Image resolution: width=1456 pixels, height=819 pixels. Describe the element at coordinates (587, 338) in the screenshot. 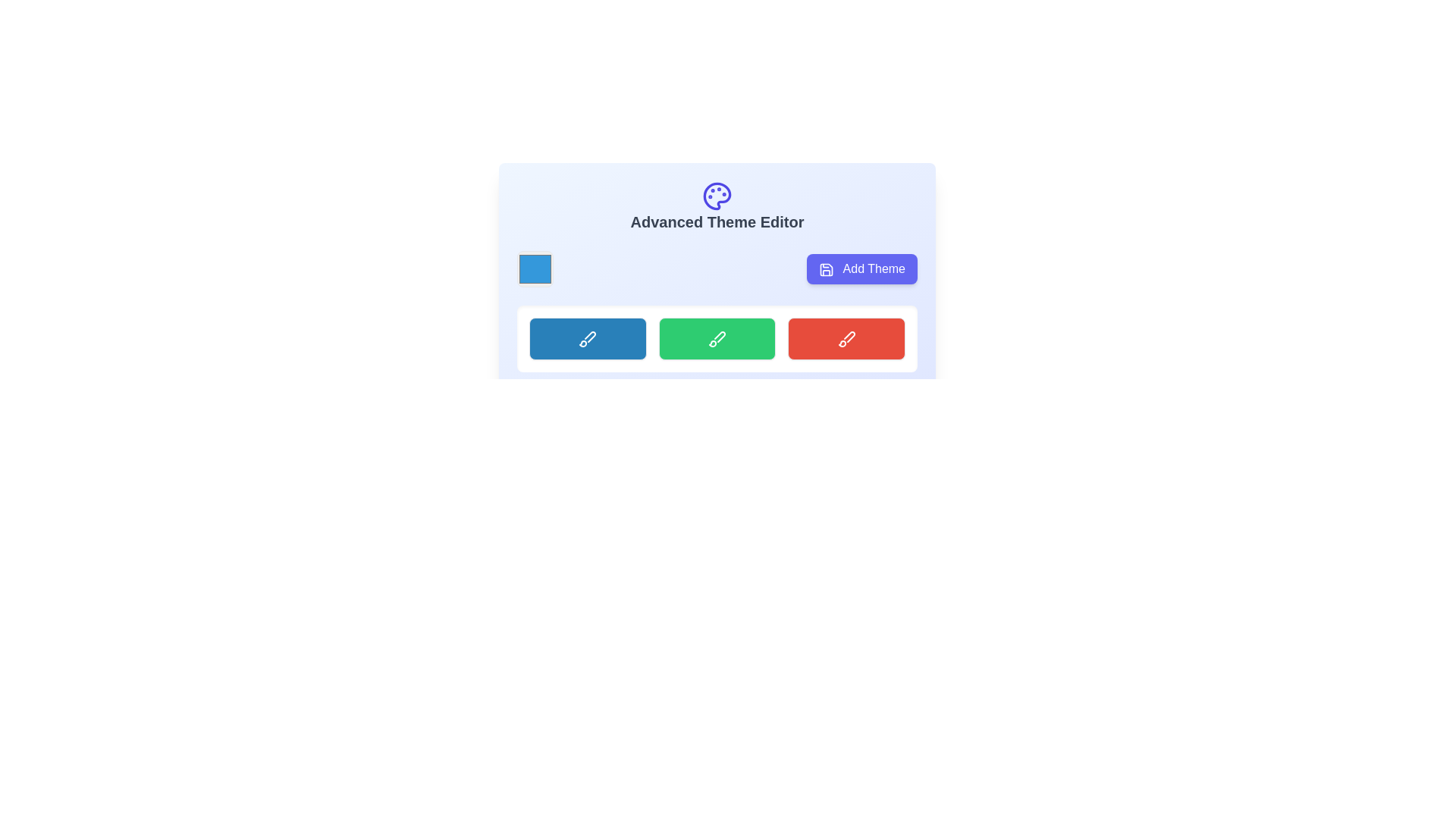

I see `the blue rectangular button with a paintbrush icon located beneath the 'Advanced Theme Editor' header` at that location.